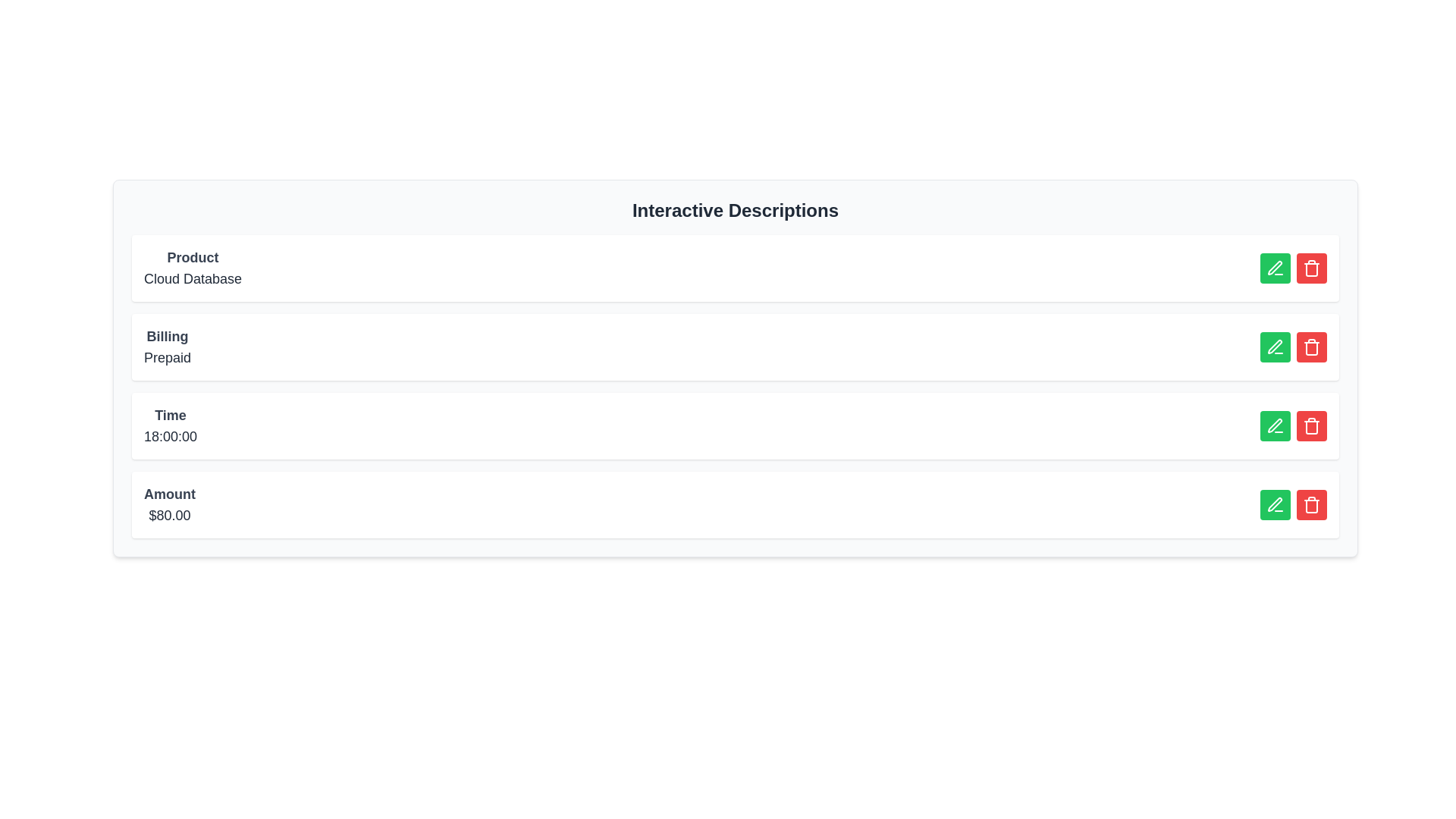  What do you see at coordinates (171, 415) in the screenshot?
I see `the 'Time' label, which is styled with a bold font and is the third item in a vertical list of labels` at bounding box center [171, 415].